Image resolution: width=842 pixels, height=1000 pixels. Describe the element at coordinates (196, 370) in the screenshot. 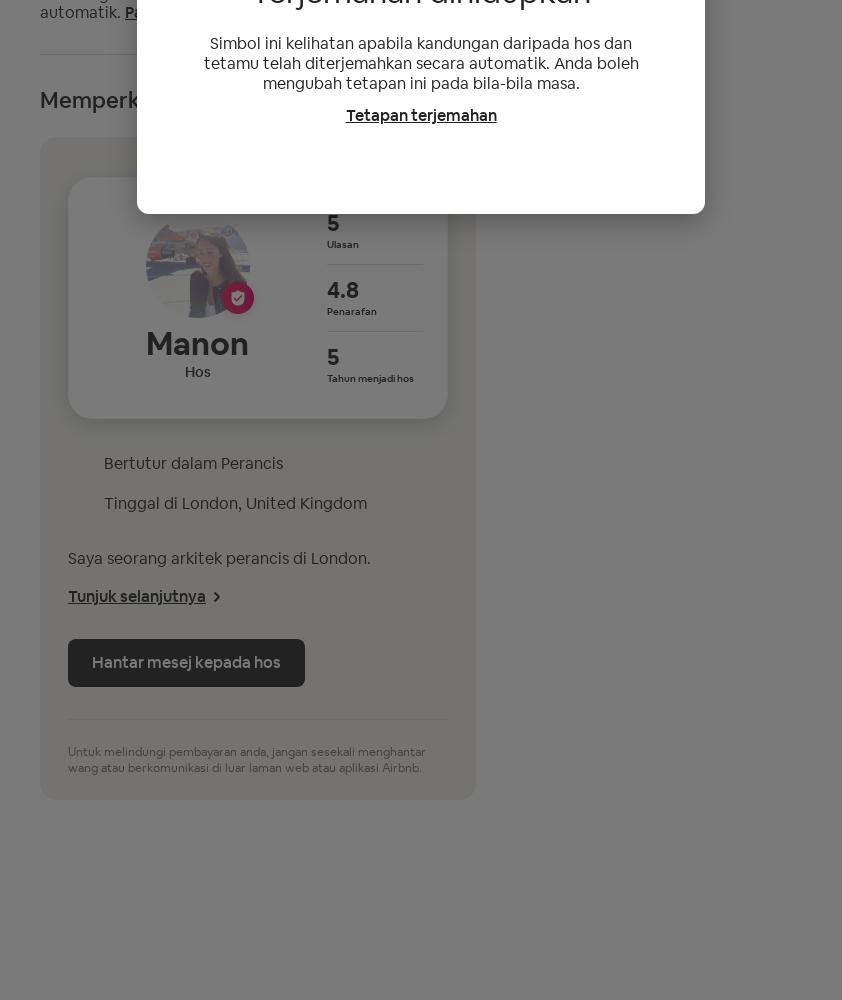

I see `'Hos'` at that location.